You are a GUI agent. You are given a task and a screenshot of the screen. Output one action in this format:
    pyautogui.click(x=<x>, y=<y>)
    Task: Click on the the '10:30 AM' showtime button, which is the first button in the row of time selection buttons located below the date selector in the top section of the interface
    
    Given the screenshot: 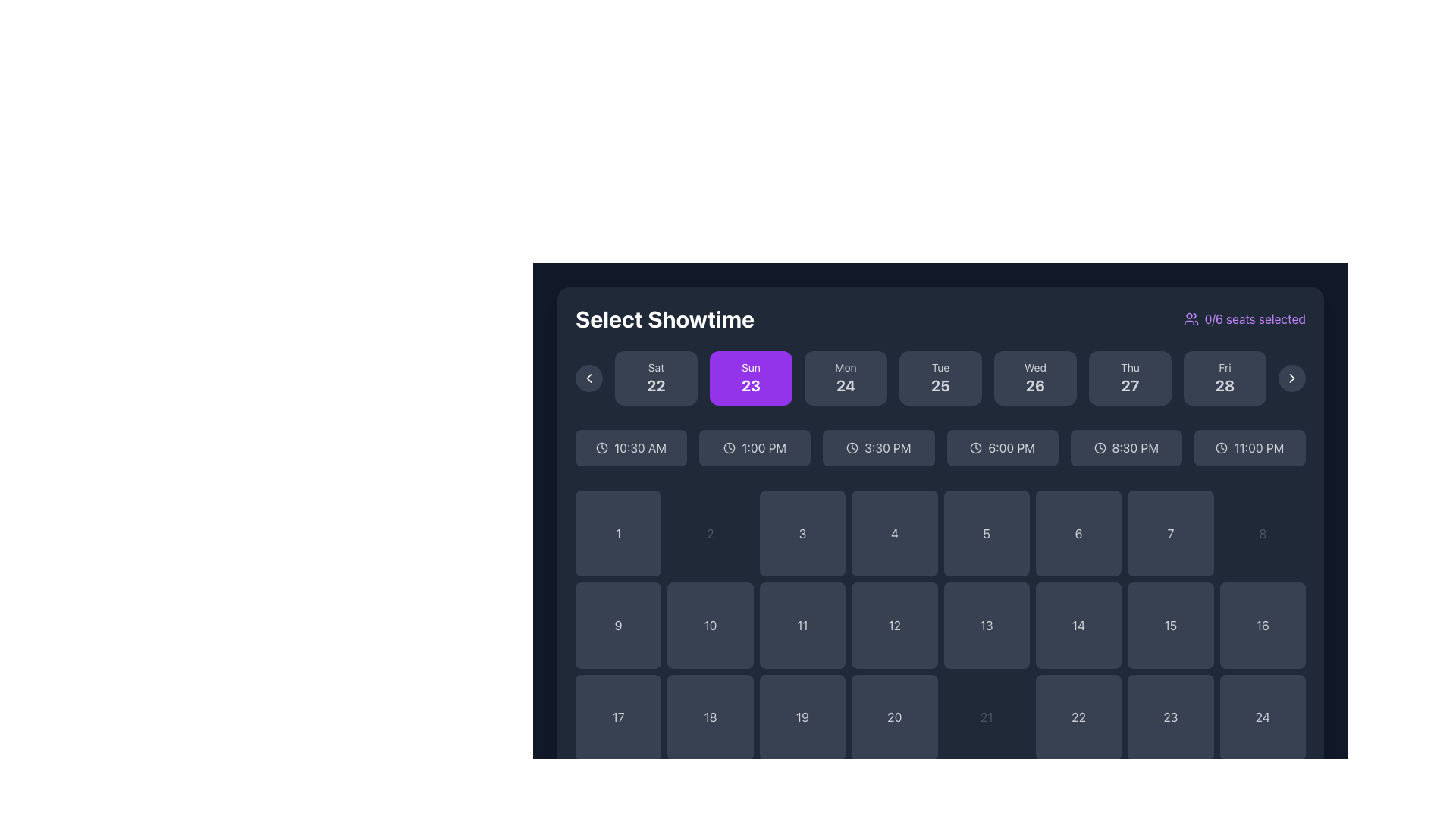 What is the action you would take?
    pyautogui.click(x=631, y=447)
    